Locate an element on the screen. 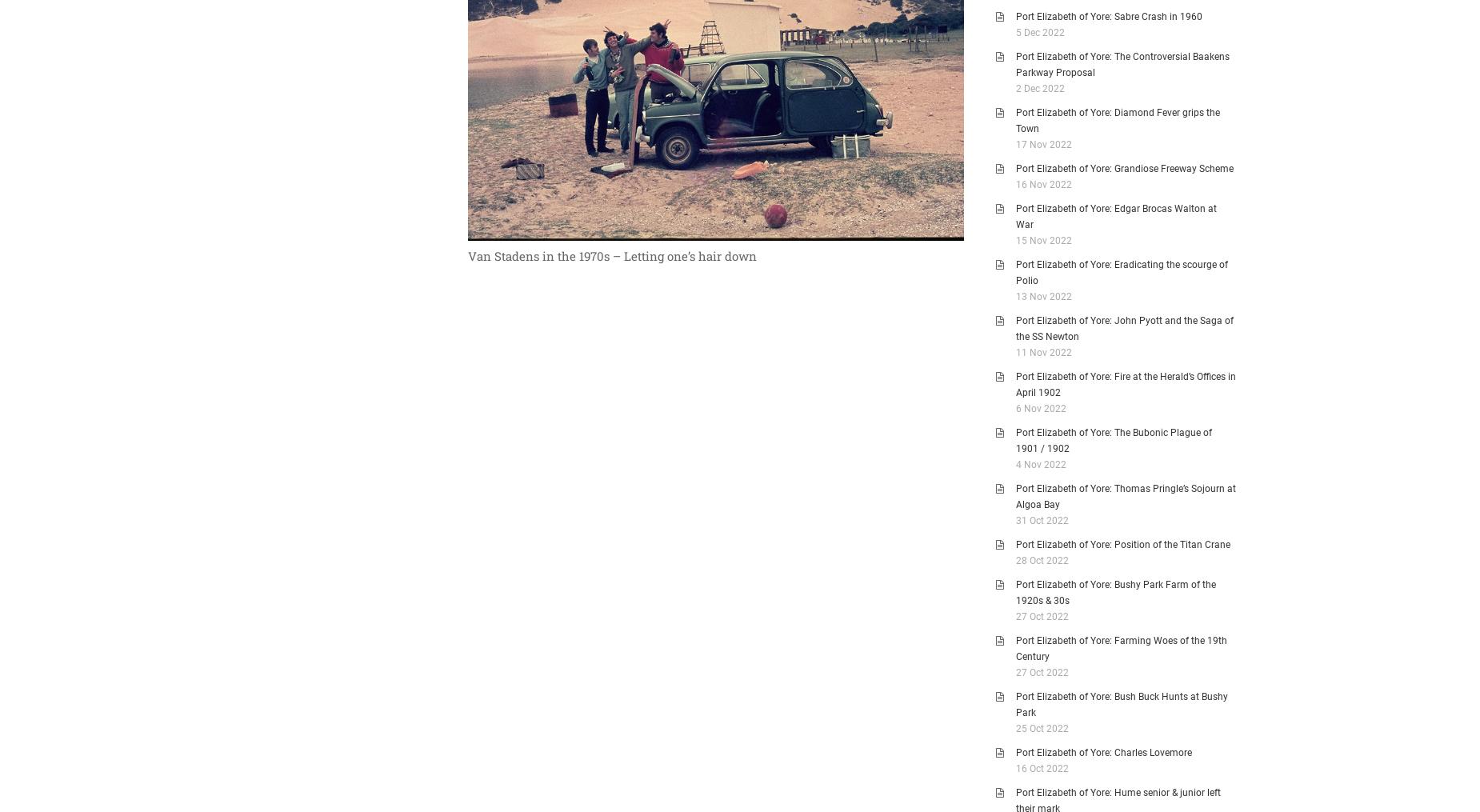 This screenshot has width=1480, height=812. 'Port Elizabeth of Yore: Farming Woes of the 19th Century' is located at coordinates (1121, 648).